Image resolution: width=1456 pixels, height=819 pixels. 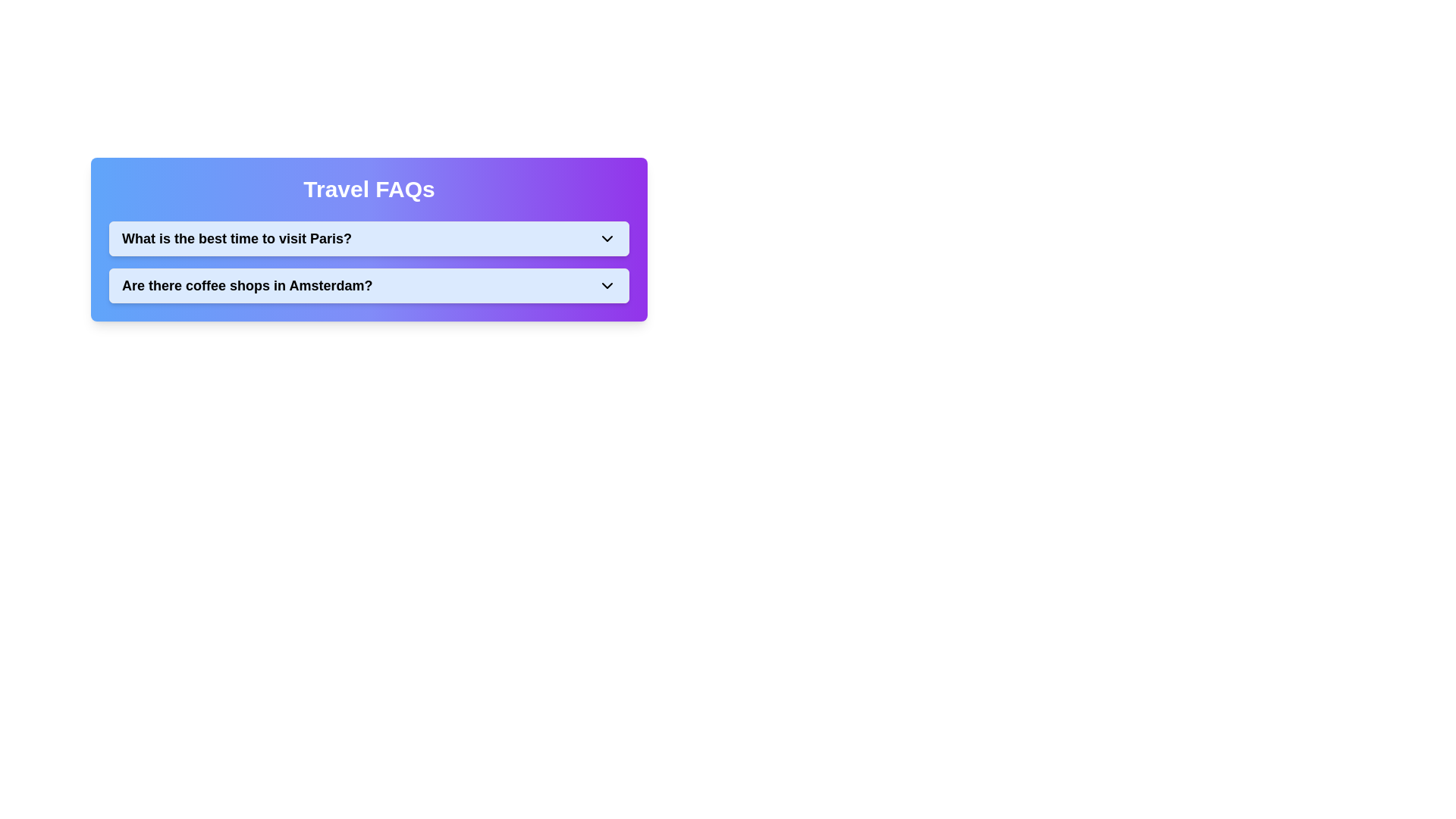 What do you see at coordinates (369, 239) in the screenshot?
I see `the FAQ dropdown item titled 'What is the best time to visit Paris?'` at bounding box center [369, 239].